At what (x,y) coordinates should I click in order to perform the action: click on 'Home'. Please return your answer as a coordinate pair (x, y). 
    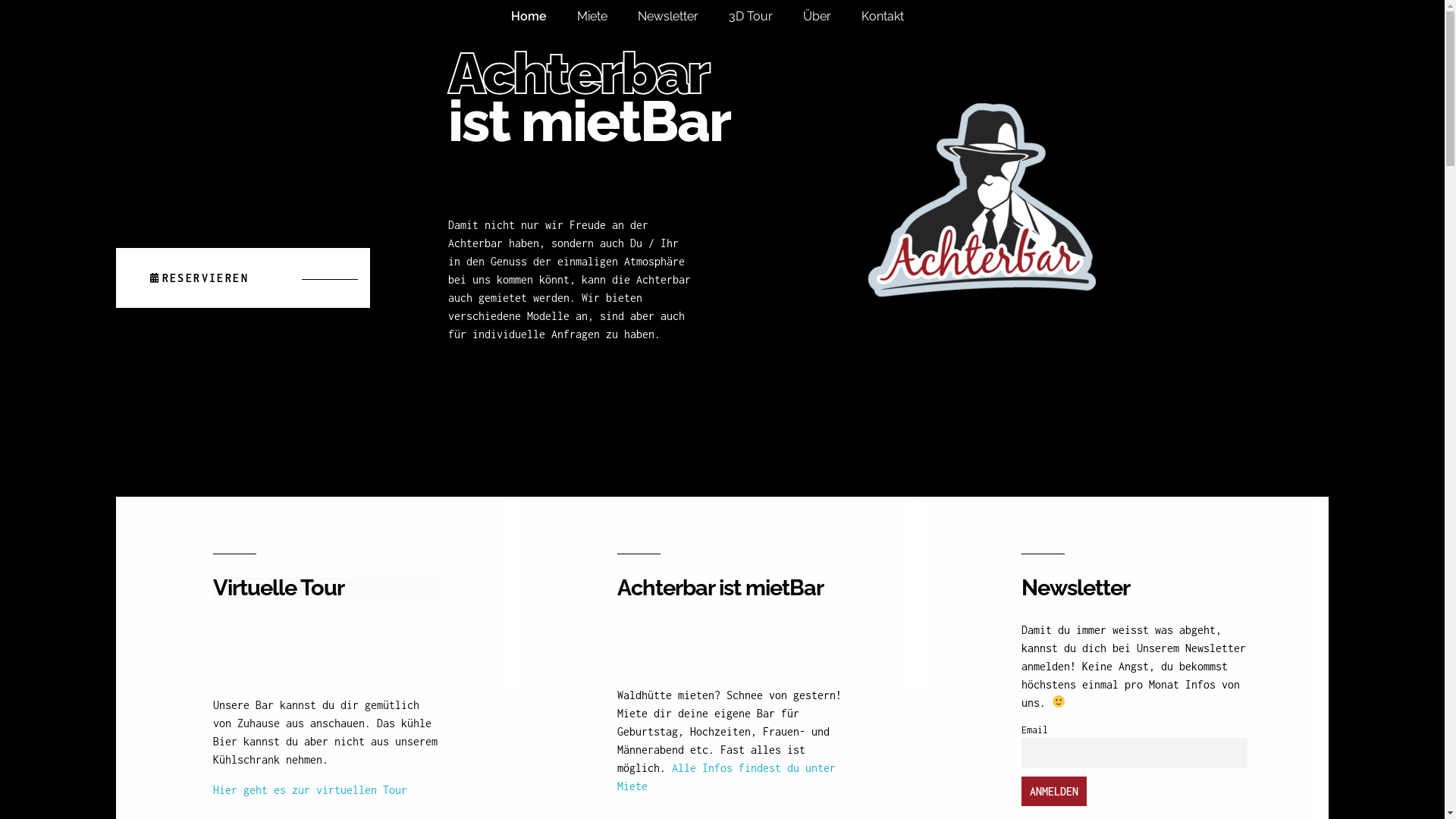
    Looking at the image, I should click on (544, 17).